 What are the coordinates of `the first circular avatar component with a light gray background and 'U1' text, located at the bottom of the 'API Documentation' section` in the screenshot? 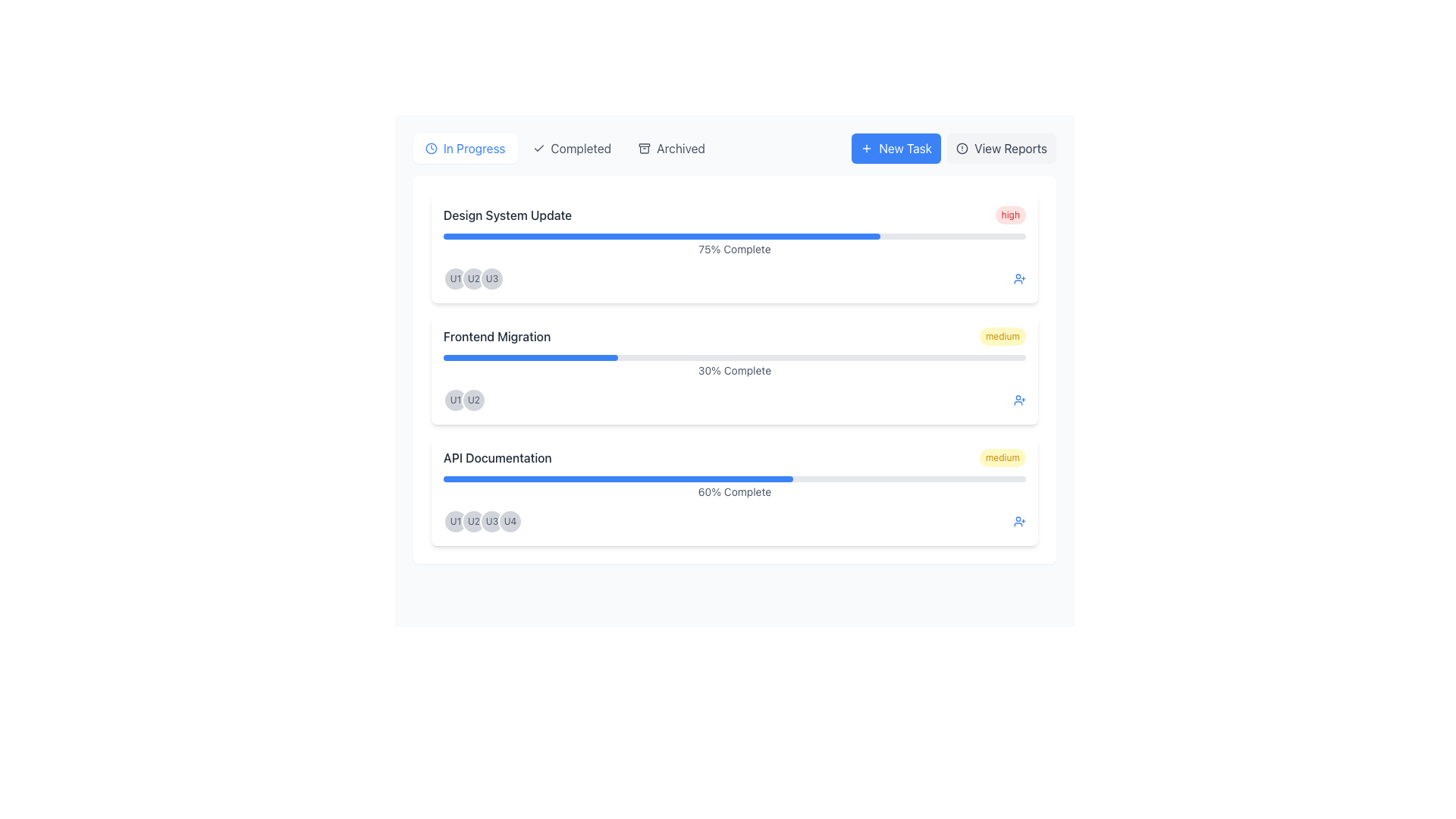 It's located at (454, 520).